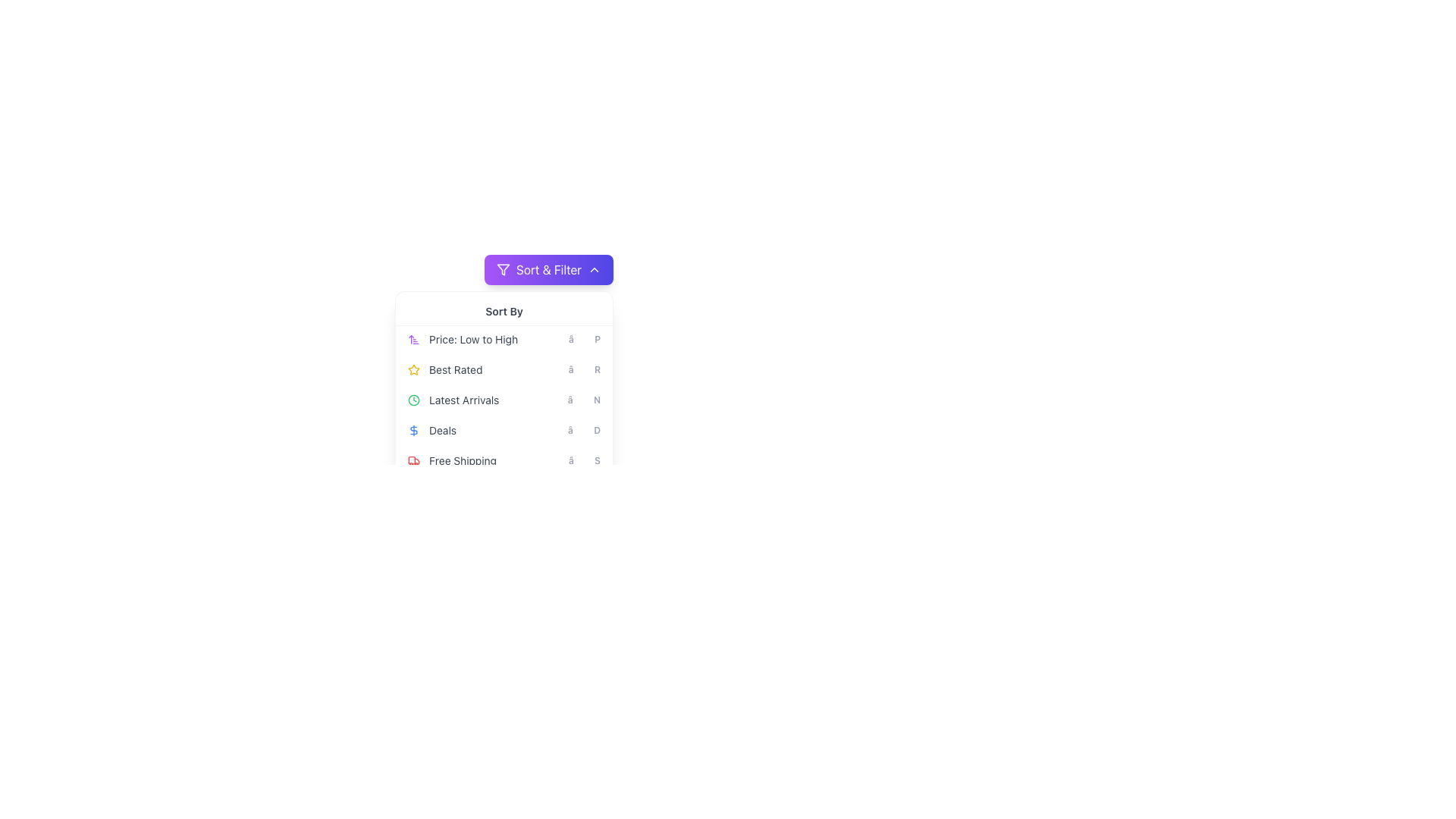 This screenshot has width=1456, height=819. What do you see at coordinates (455, 370) in the screenshot?
I see `the 'Best Rated' static text label which serves as a sorting option description, positioned after 'Price: Low to High' in the sorting criteria list` at bounding box center [455, 370].